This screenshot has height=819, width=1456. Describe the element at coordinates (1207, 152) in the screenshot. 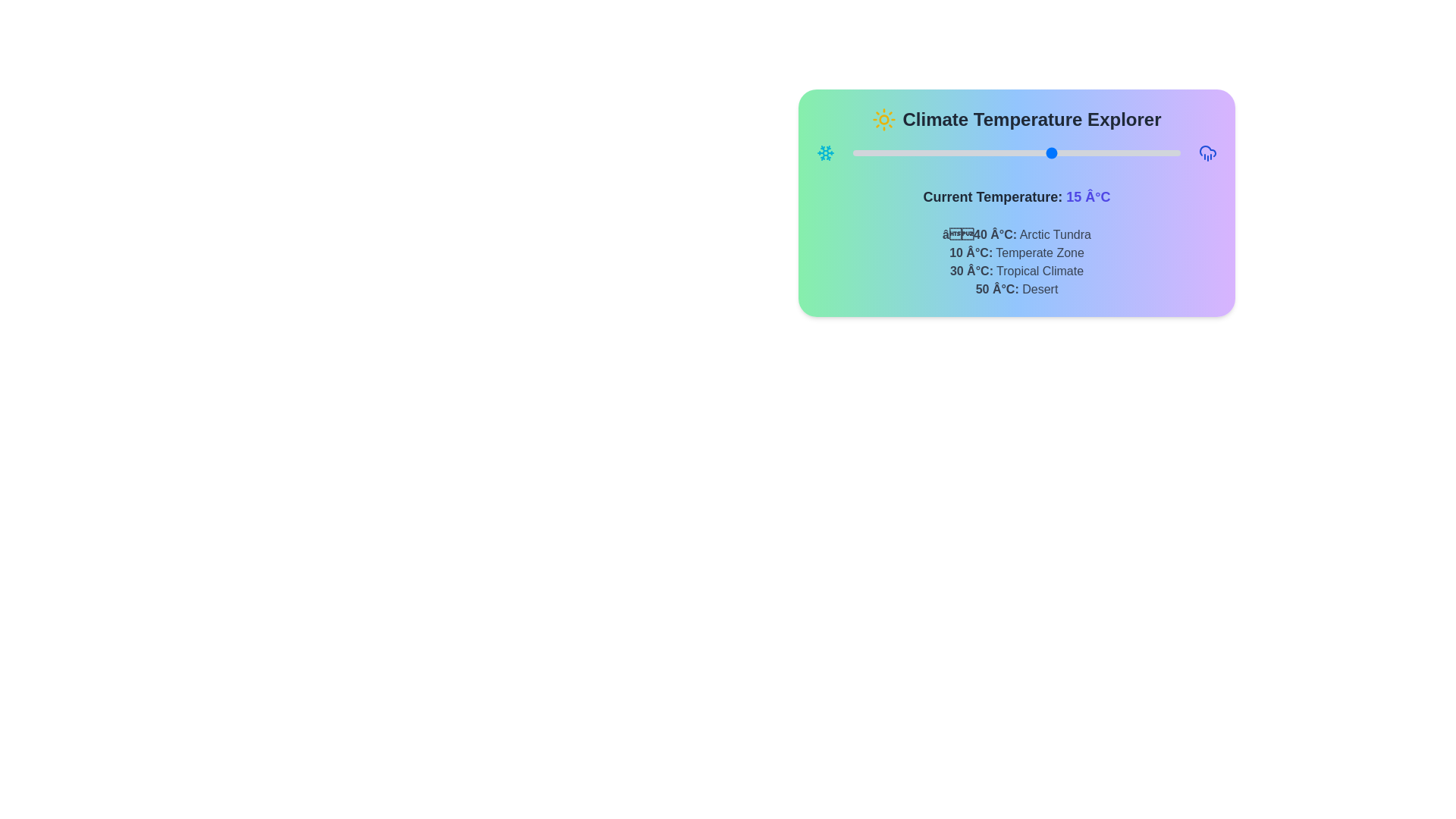

I see `the raindrop icon` at that location.